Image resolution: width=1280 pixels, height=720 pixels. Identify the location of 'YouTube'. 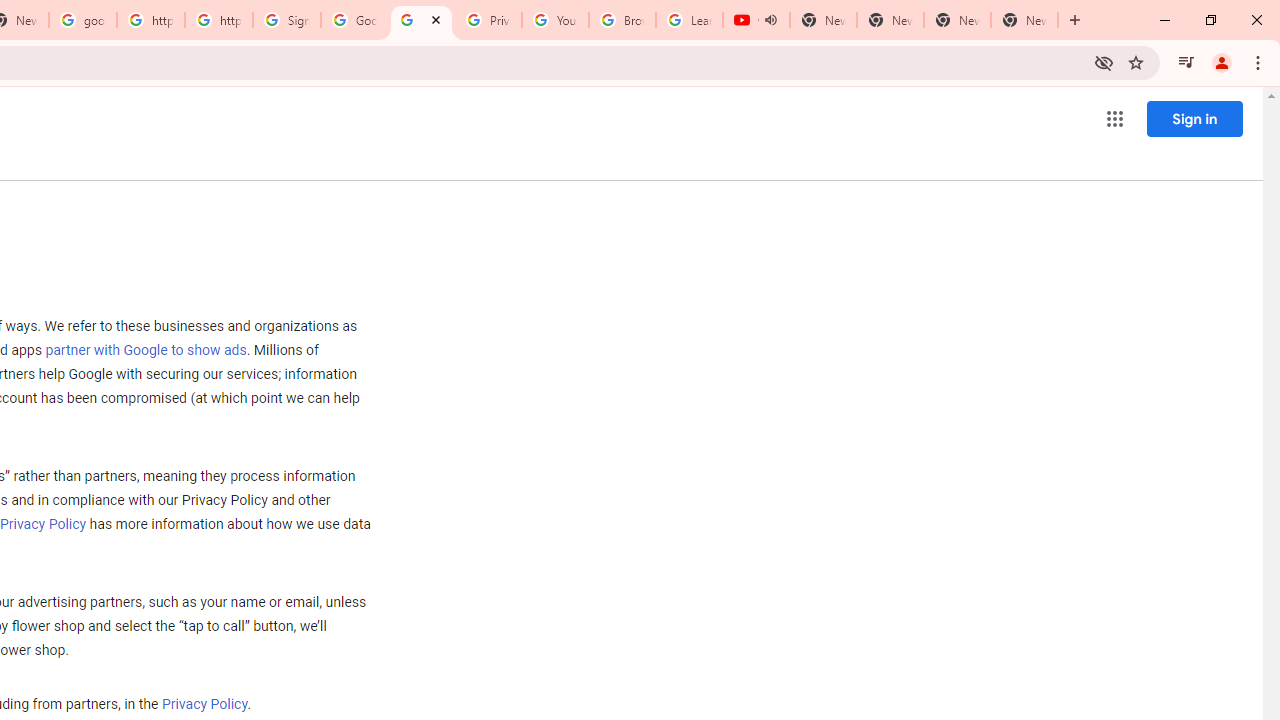
(555, 20).